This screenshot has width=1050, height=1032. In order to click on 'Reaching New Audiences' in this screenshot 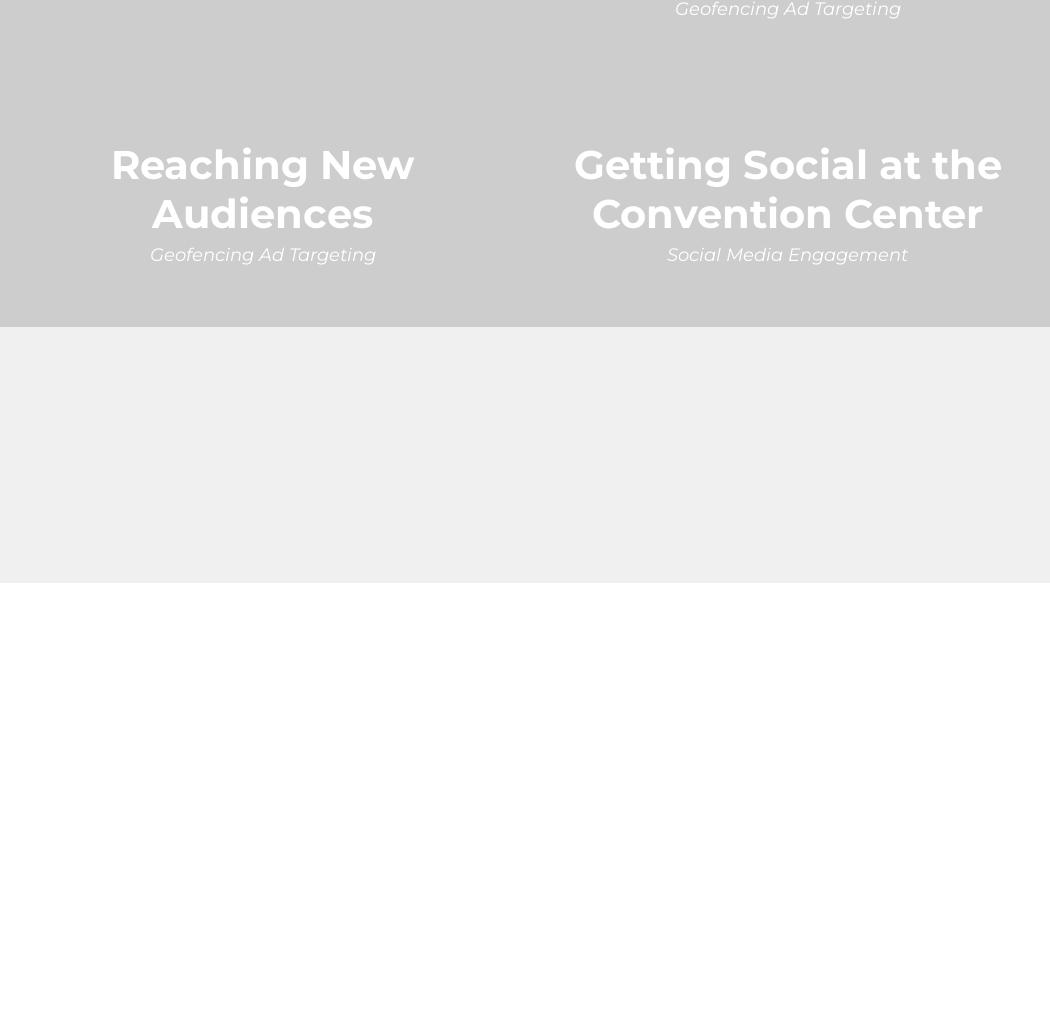, I will do `click(262, 187)`.